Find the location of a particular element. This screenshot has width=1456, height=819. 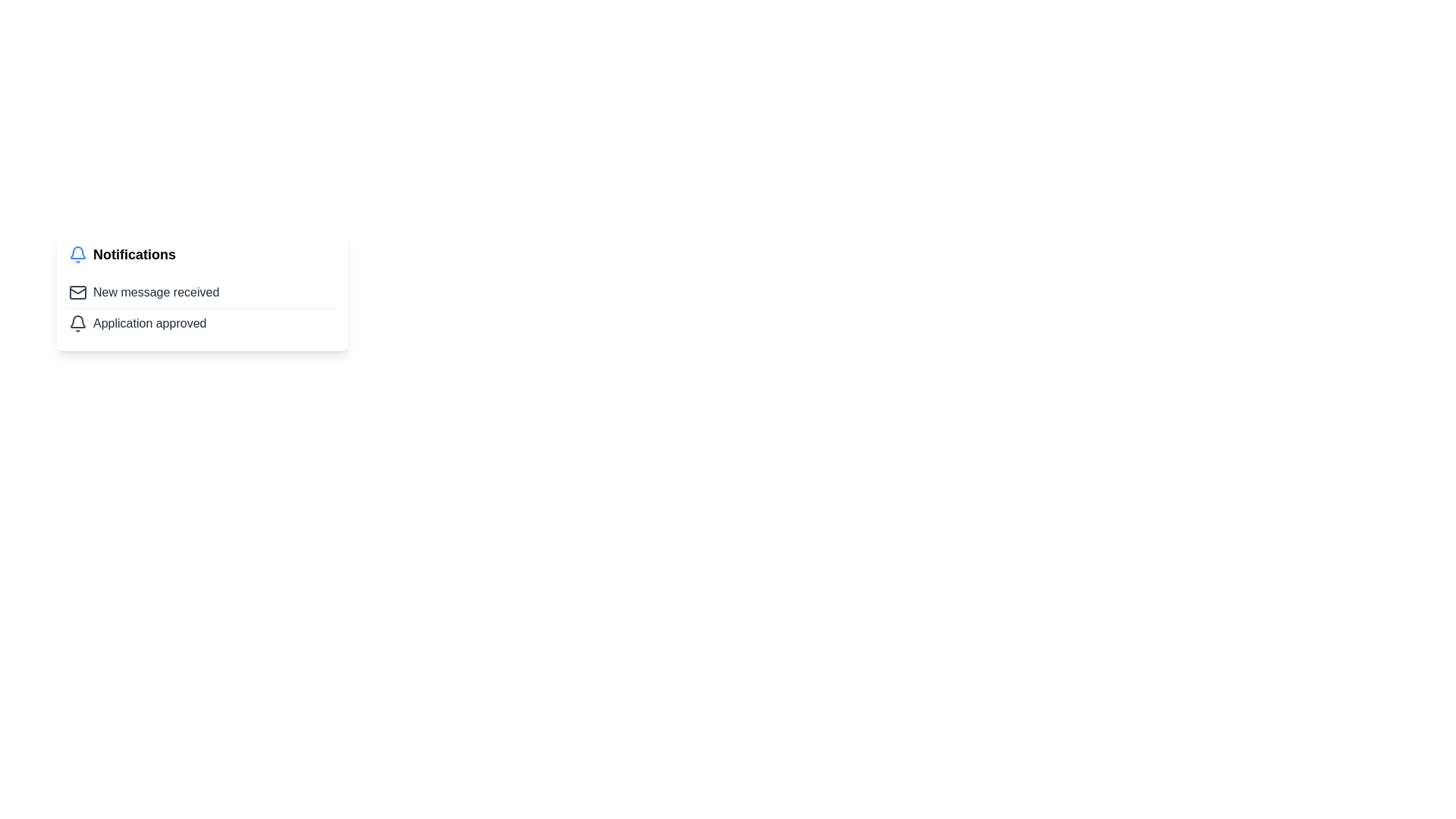

notification item that provides information about a new incoming message, which is the first item in the notification list is located at coordinates (202, 292).